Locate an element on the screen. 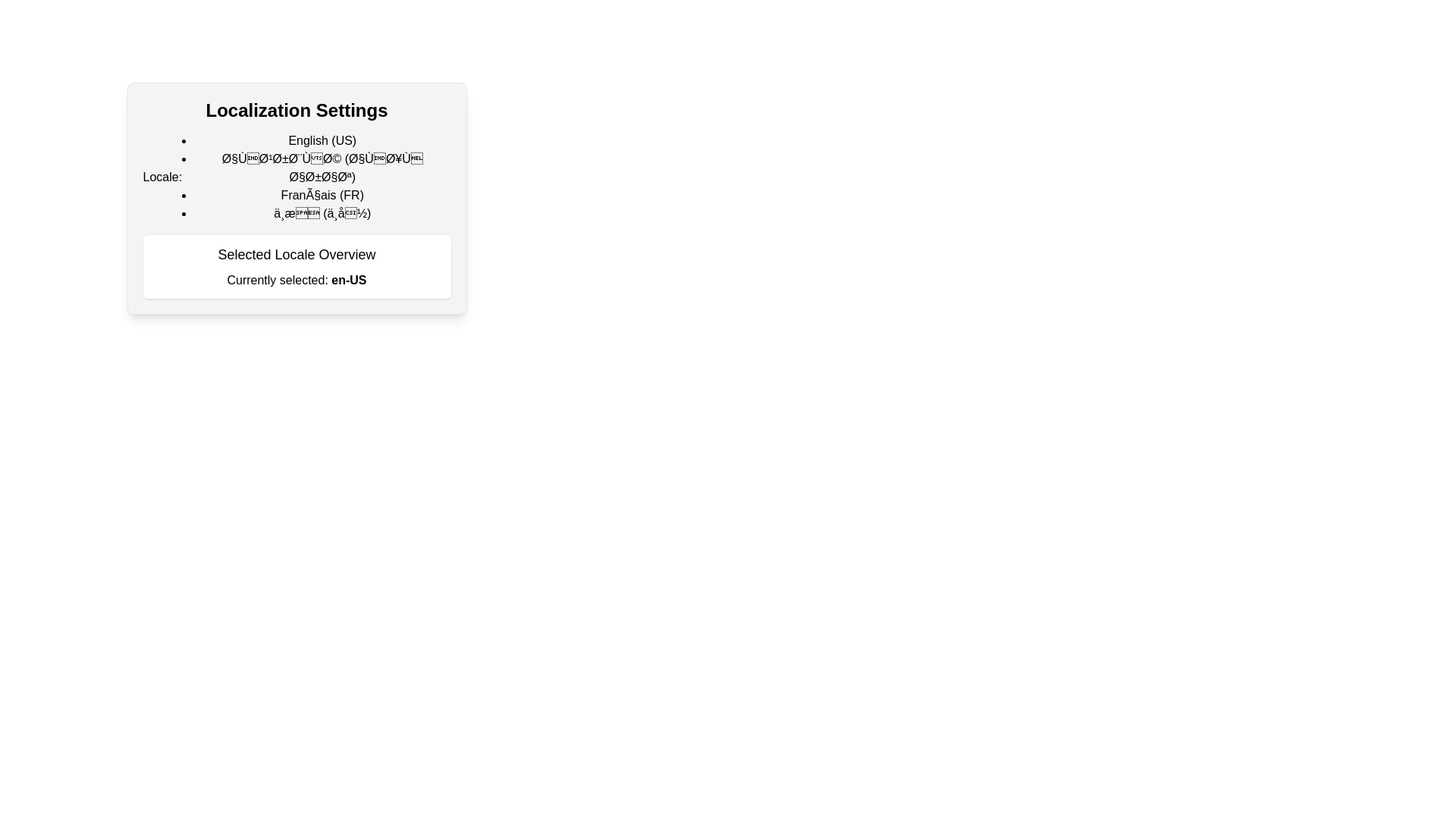 This screenshot has width=1456, height=819. the interactive text label displaying 'FranÃ§ais (FR)' is located at coordinates (322, 195).